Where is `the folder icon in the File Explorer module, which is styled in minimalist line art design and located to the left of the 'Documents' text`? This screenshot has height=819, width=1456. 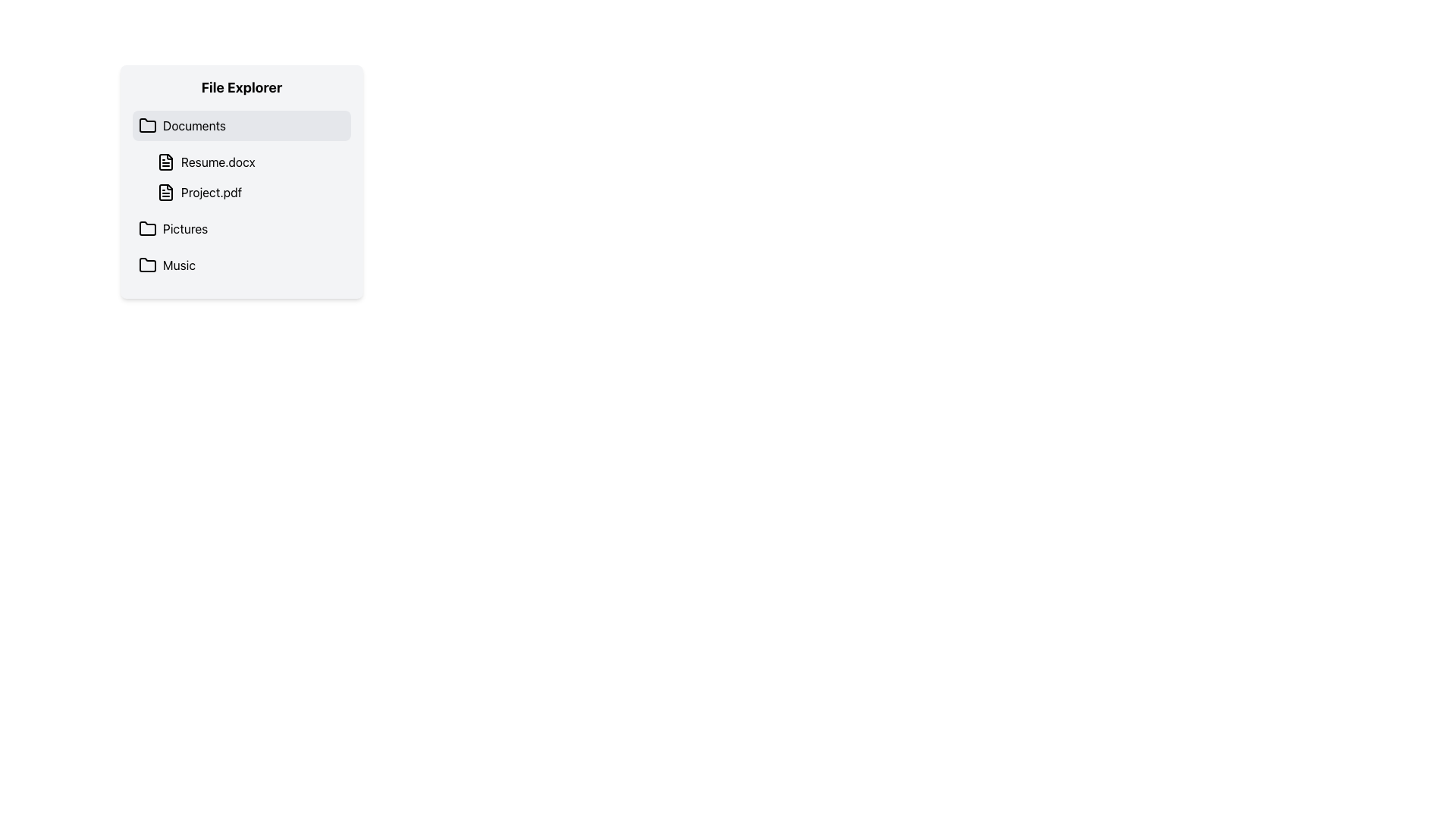
the folder icon in the File Explorer module, which is styled in minimalist line art design and located to the left of the 'Documents' text is located at coordinates (148, 124).